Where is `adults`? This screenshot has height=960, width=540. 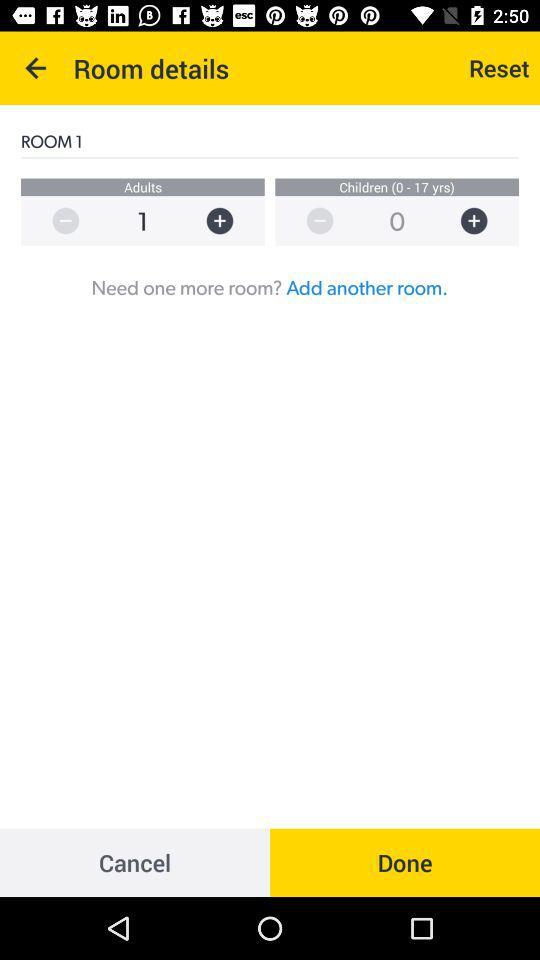
adults is located at coordinates (228, 221).